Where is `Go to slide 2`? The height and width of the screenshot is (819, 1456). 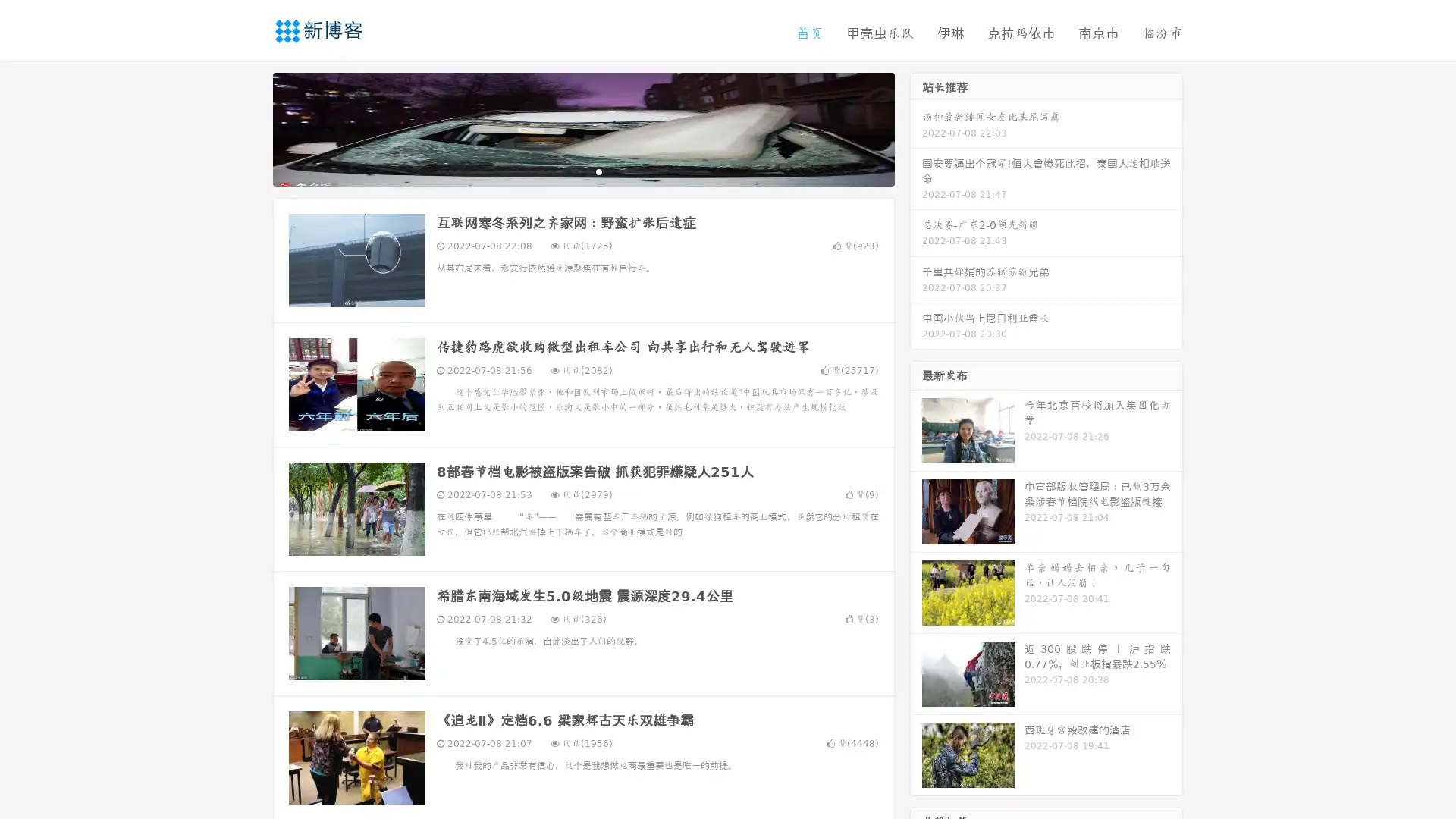 Go to slide 2 is located at coordinates (582, 171).